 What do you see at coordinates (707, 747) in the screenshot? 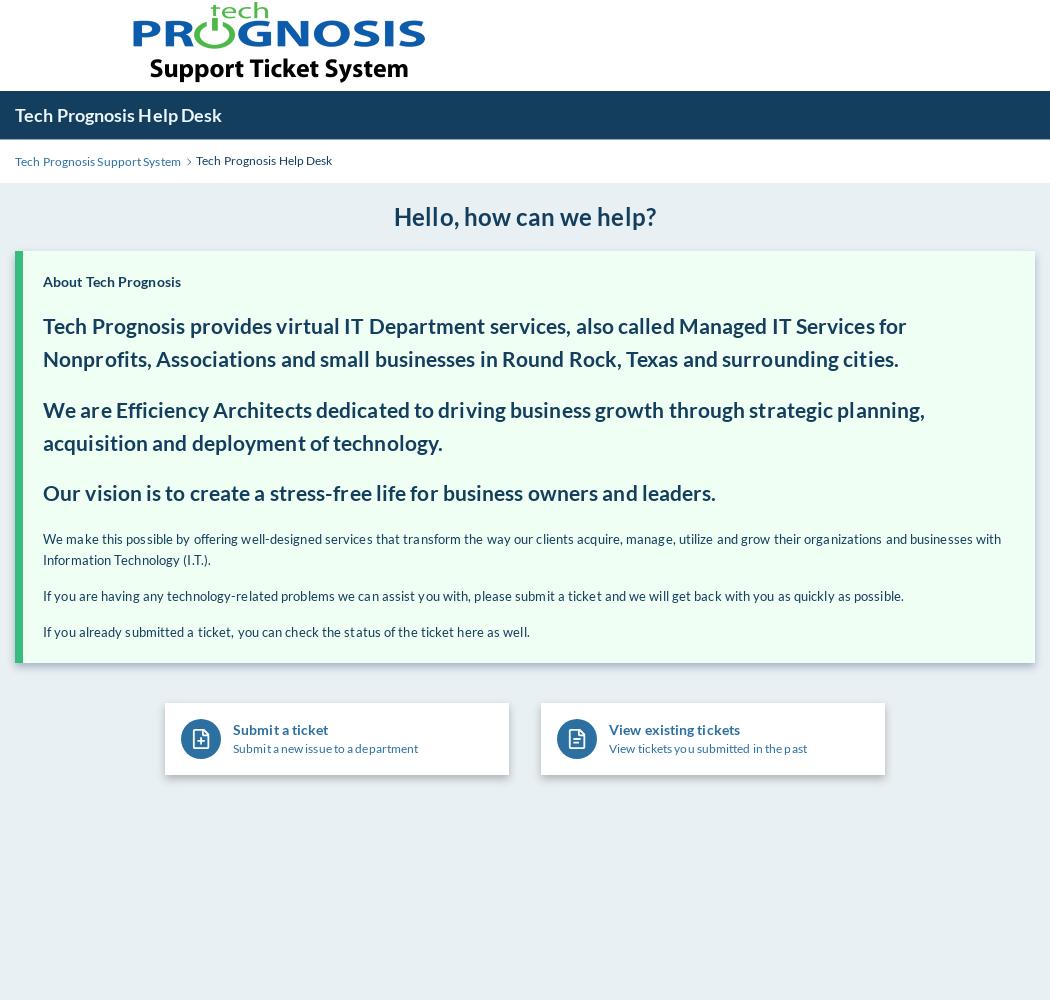
I see `'View tickets you submitted in the past'` at bounding box center [707, 747].